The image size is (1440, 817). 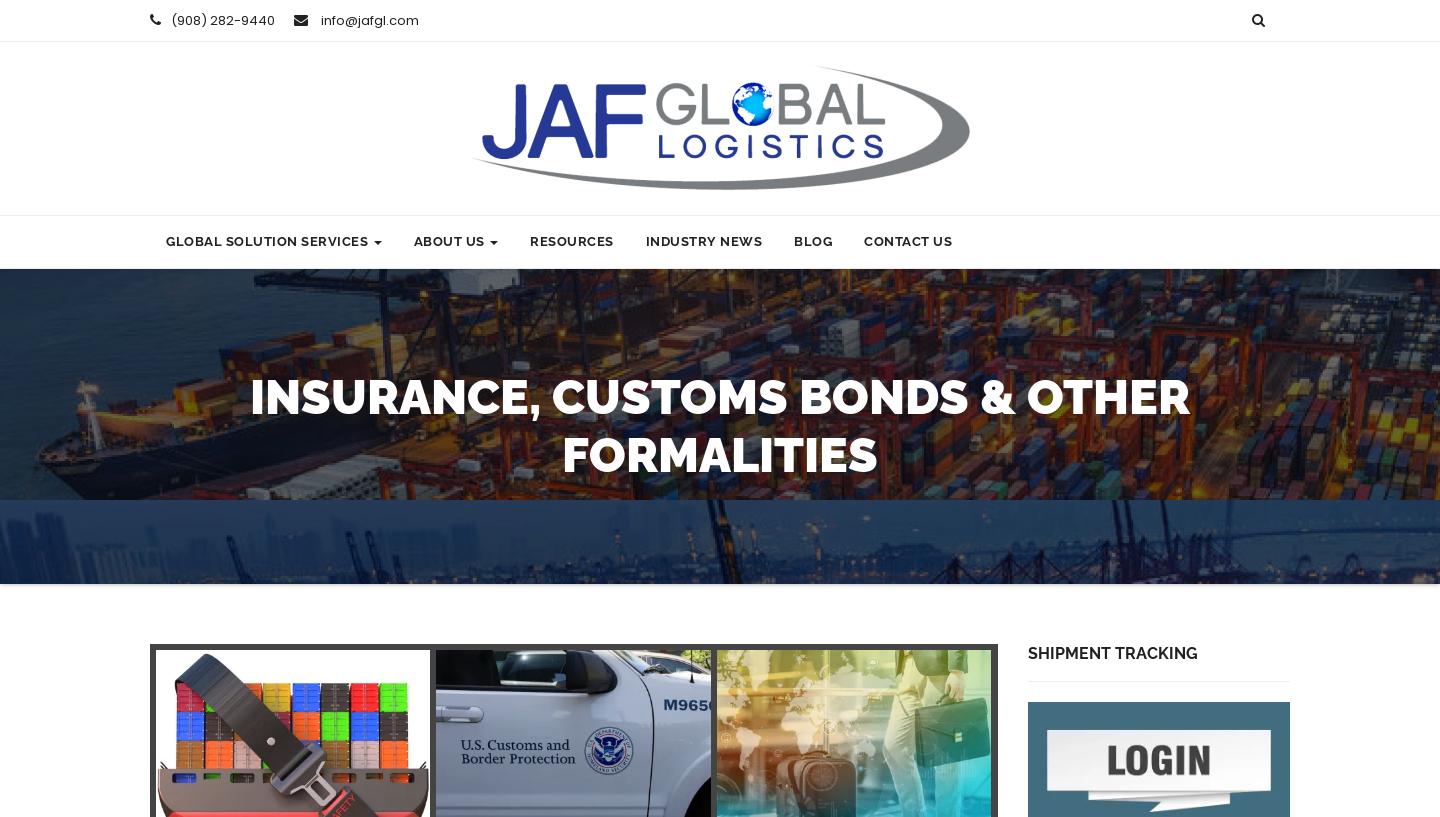 I want to click on 'About Us', so click(x=450, y=240).